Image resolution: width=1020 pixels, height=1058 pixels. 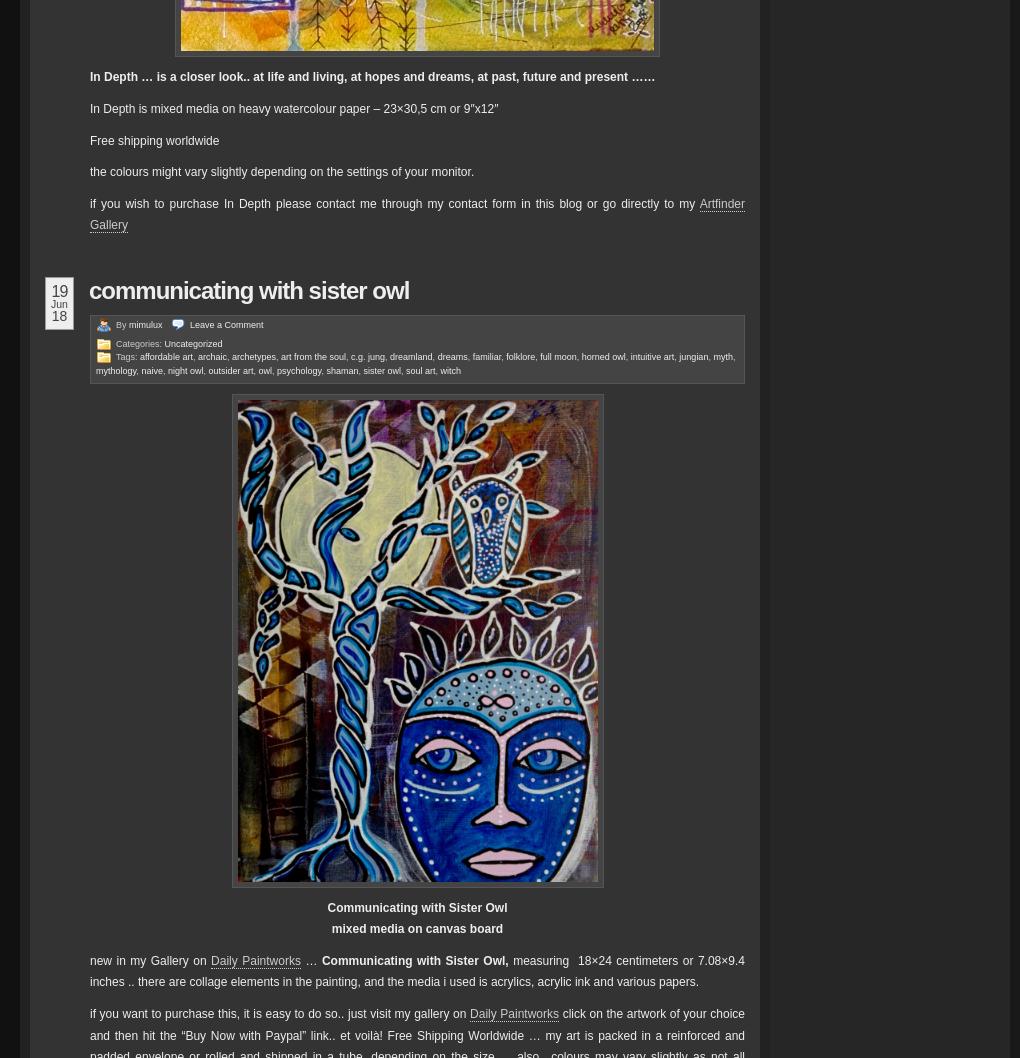 I want to click on 'intuitive art', so click(x=628, y=356).